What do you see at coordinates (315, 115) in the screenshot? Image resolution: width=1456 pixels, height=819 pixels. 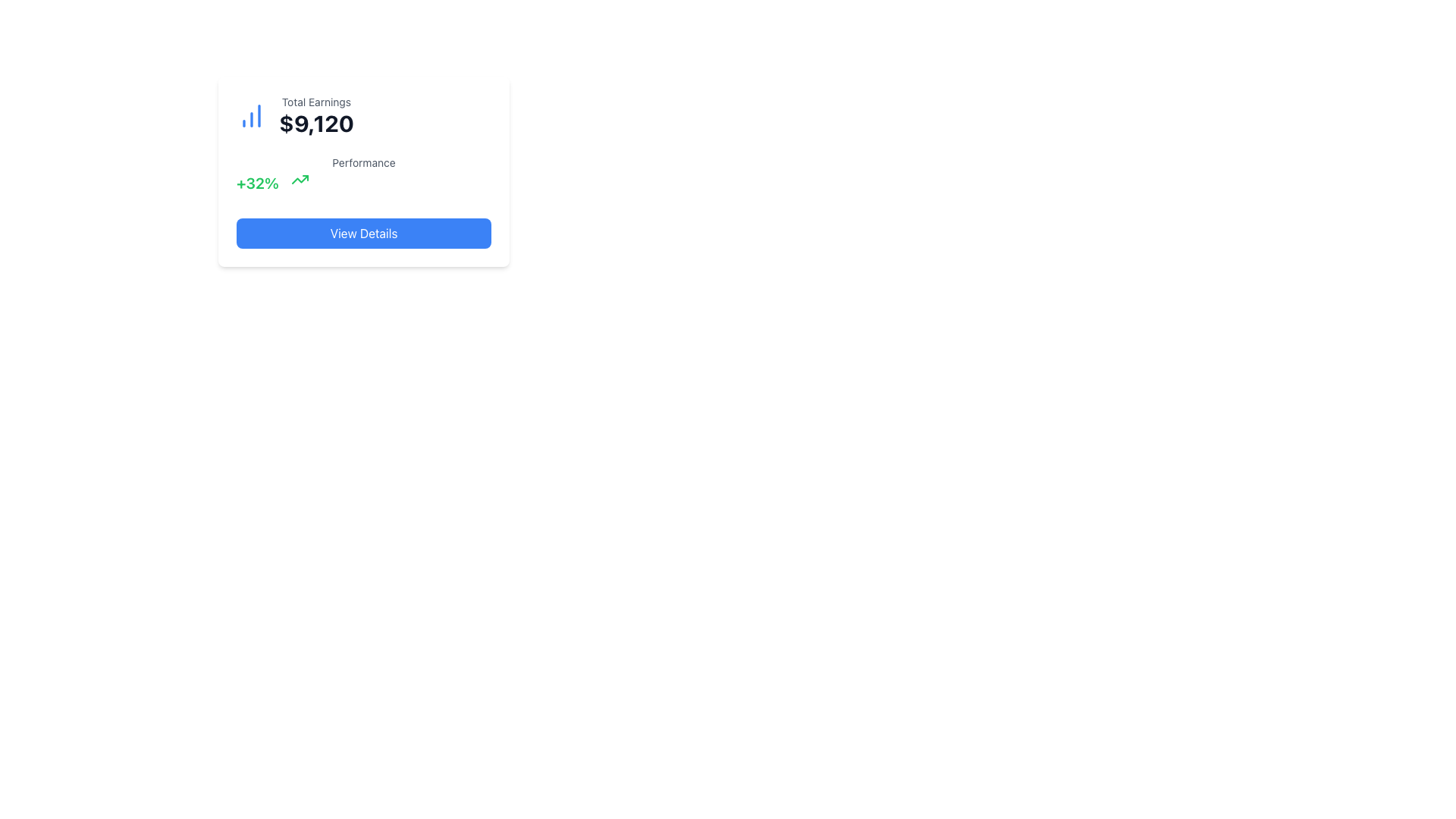 I see `the Text Block displaying the total earnings amount, located in the top-left area of a card-like component, to the right of a blue icon and above a 'Performance' label` at bounding box center [315, 115].